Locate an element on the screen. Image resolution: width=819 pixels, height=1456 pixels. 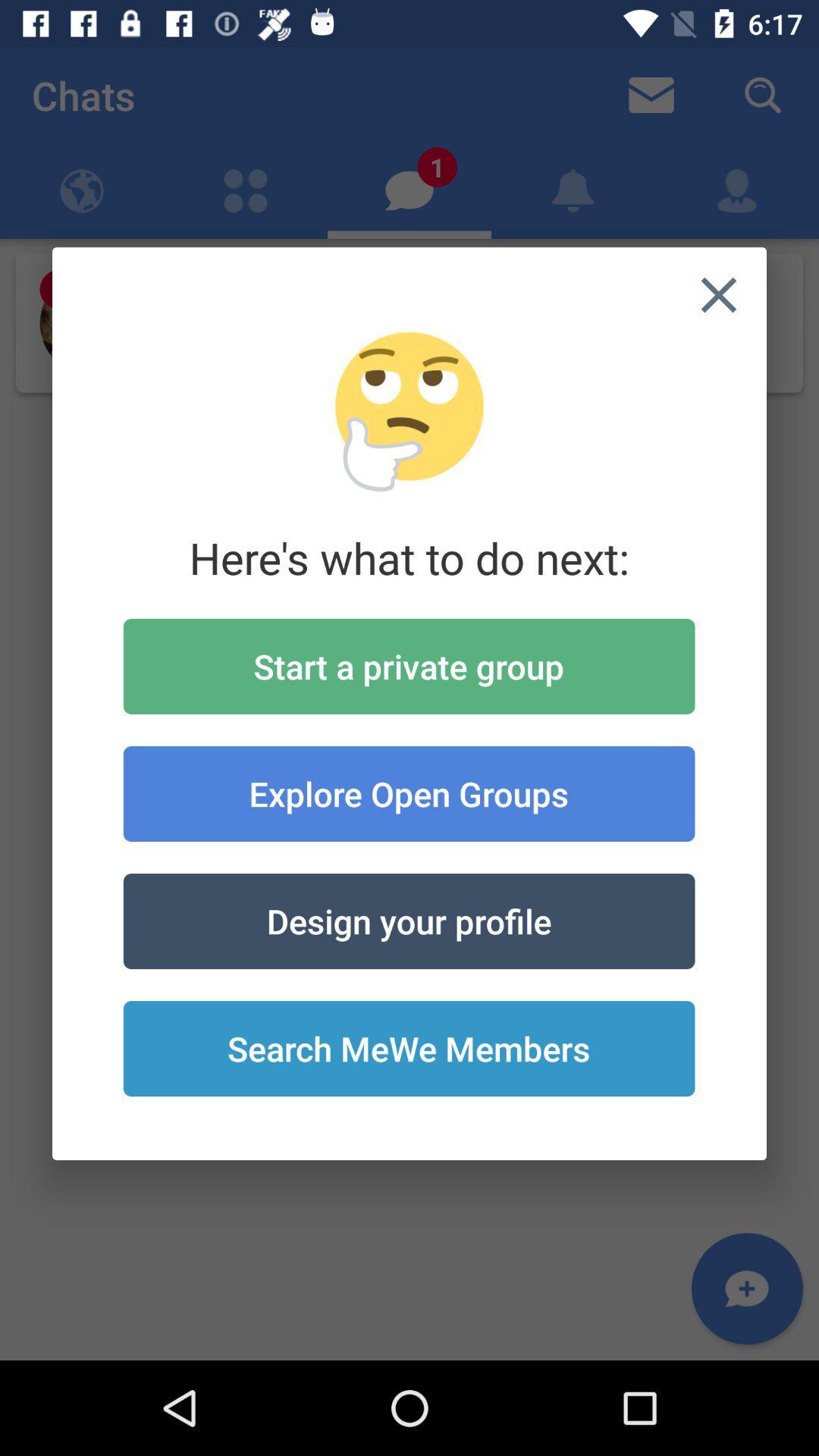
icon below here s what item is located at coordinates (408, 666).